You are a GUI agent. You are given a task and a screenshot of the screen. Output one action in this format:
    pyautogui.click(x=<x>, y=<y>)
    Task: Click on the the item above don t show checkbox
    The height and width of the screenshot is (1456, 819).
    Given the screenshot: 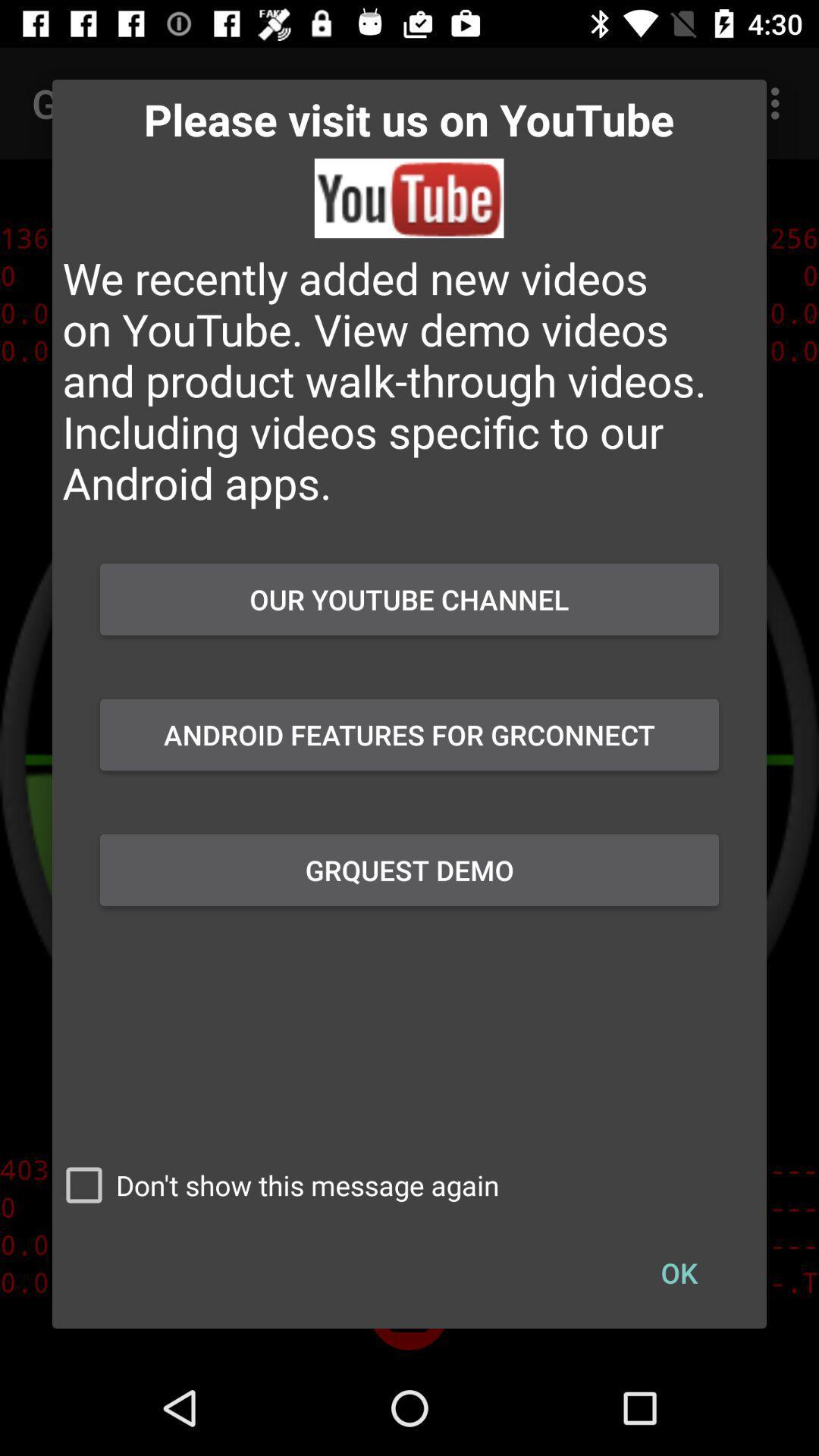 What is the action you would take?
    pyautogui.click(x=409, y=870)
    